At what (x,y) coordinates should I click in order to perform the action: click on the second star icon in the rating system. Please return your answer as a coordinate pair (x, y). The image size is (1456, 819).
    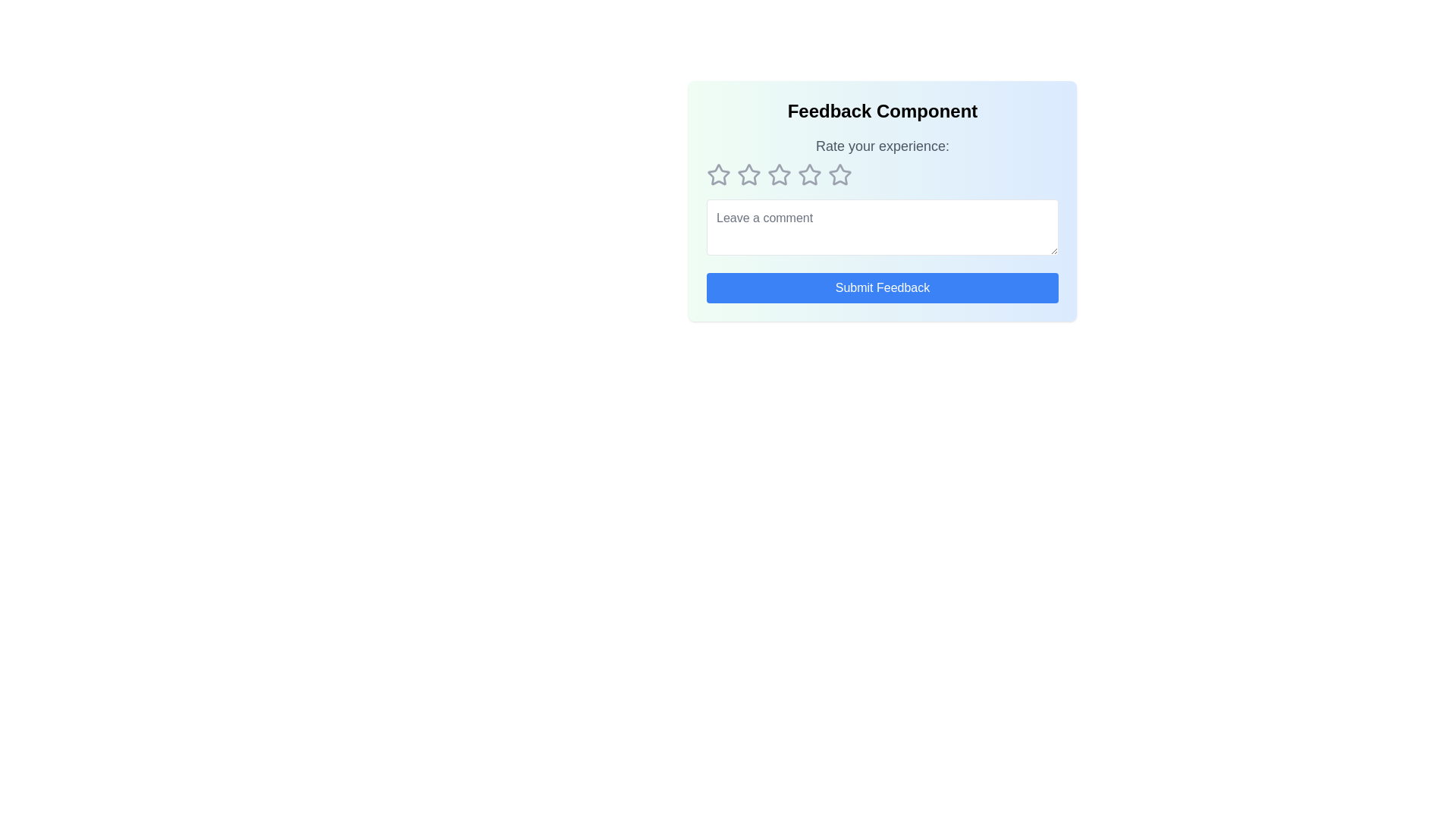
    Looking at the image, I should click on (749, 174).